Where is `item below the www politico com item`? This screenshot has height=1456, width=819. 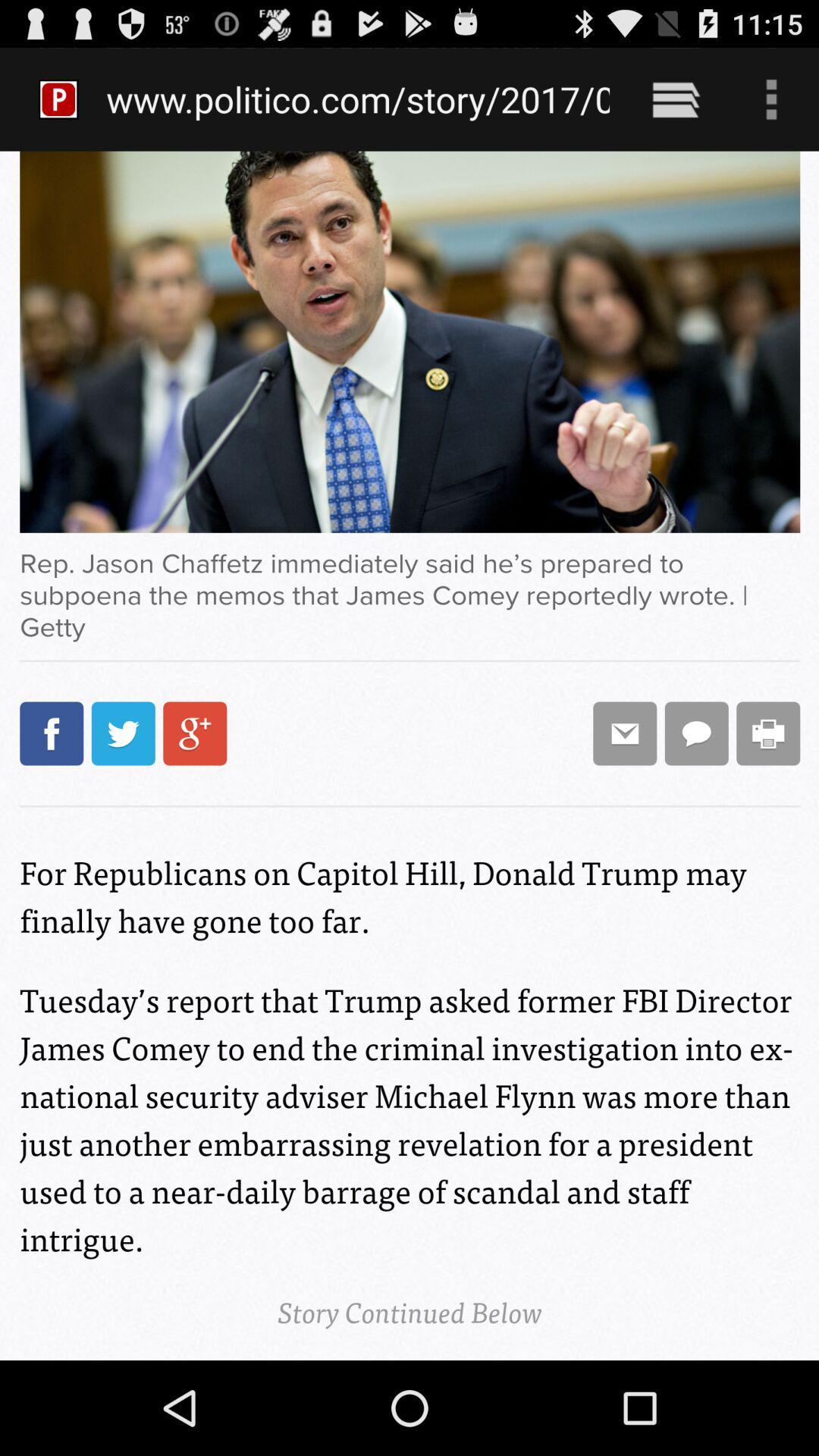
item below the www politico com item is located at coordinates (409, 755).